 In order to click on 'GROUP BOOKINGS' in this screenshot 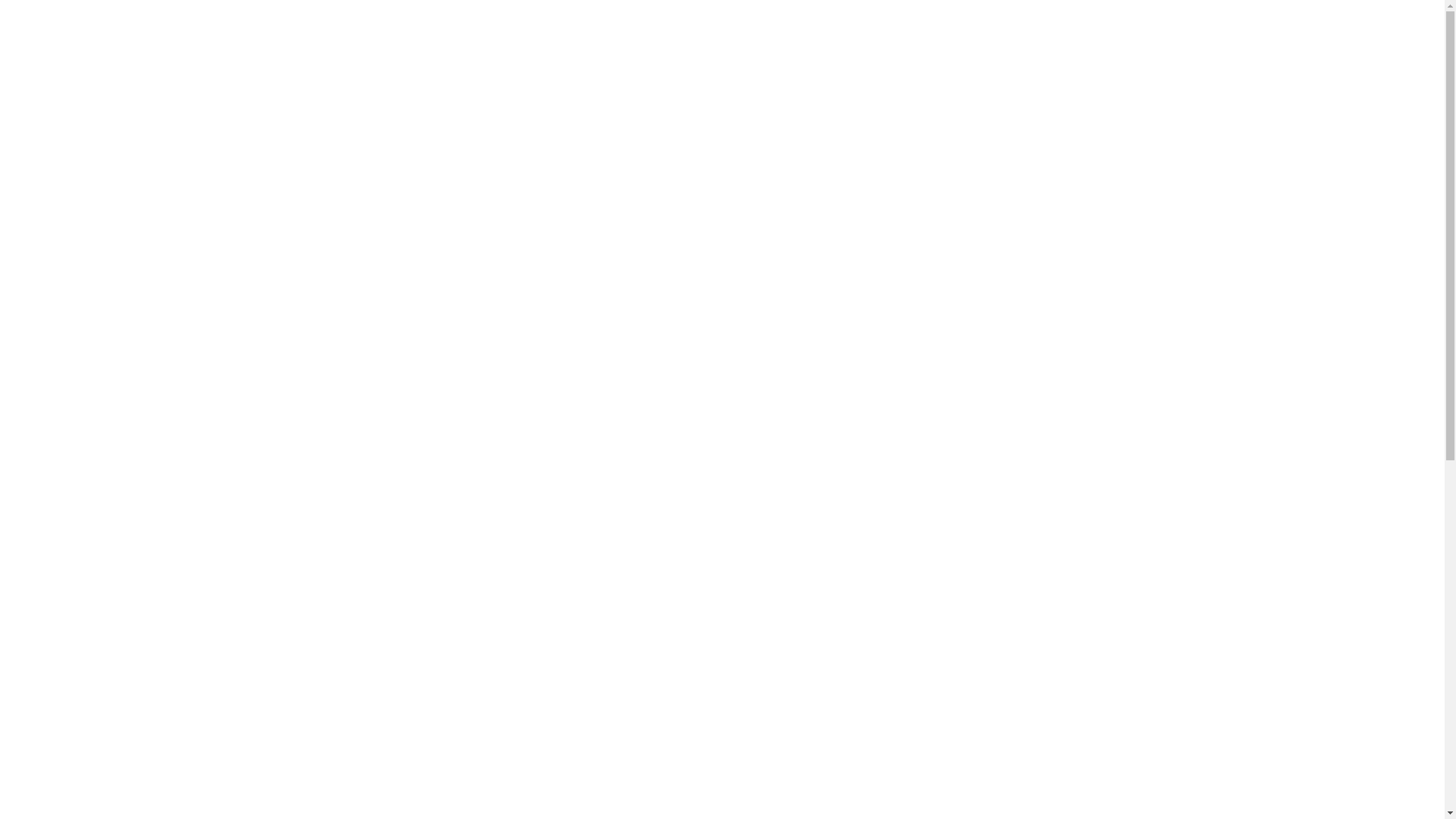, I will do `click(471, 90)`.